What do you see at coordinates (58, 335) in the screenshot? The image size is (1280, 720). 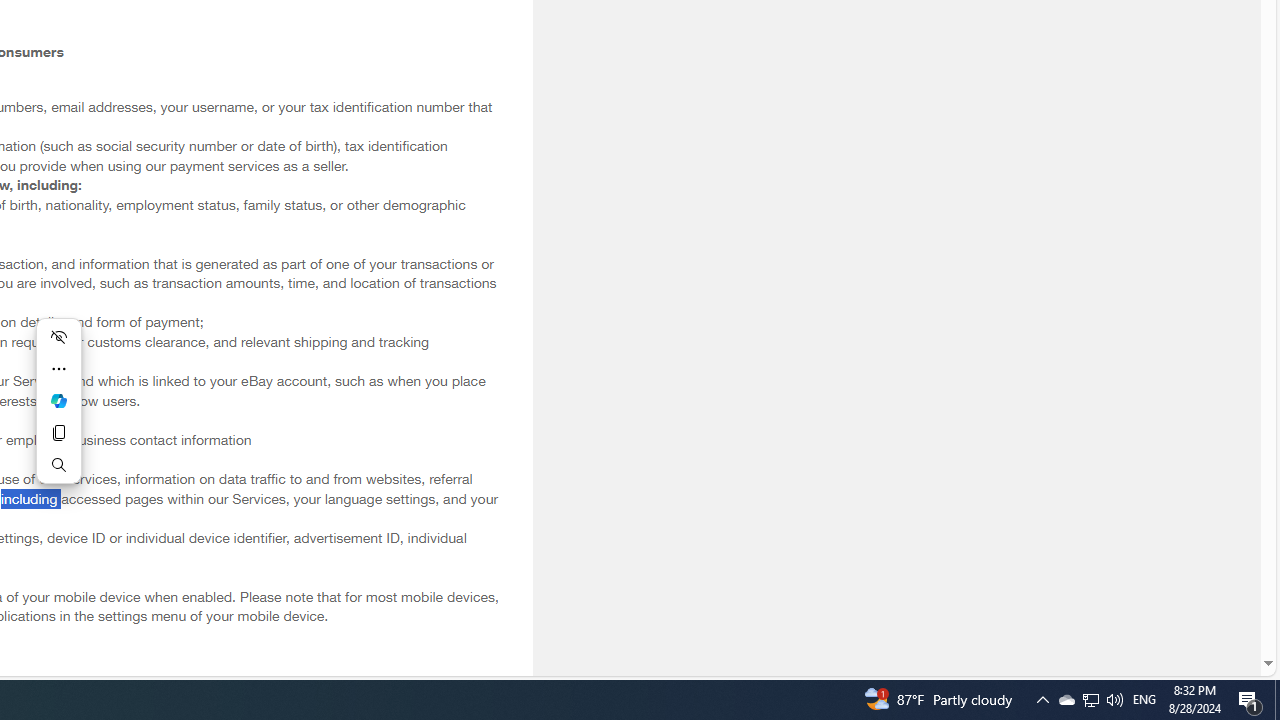 I see `'Hide menu'` at bounding box center [58, 335].